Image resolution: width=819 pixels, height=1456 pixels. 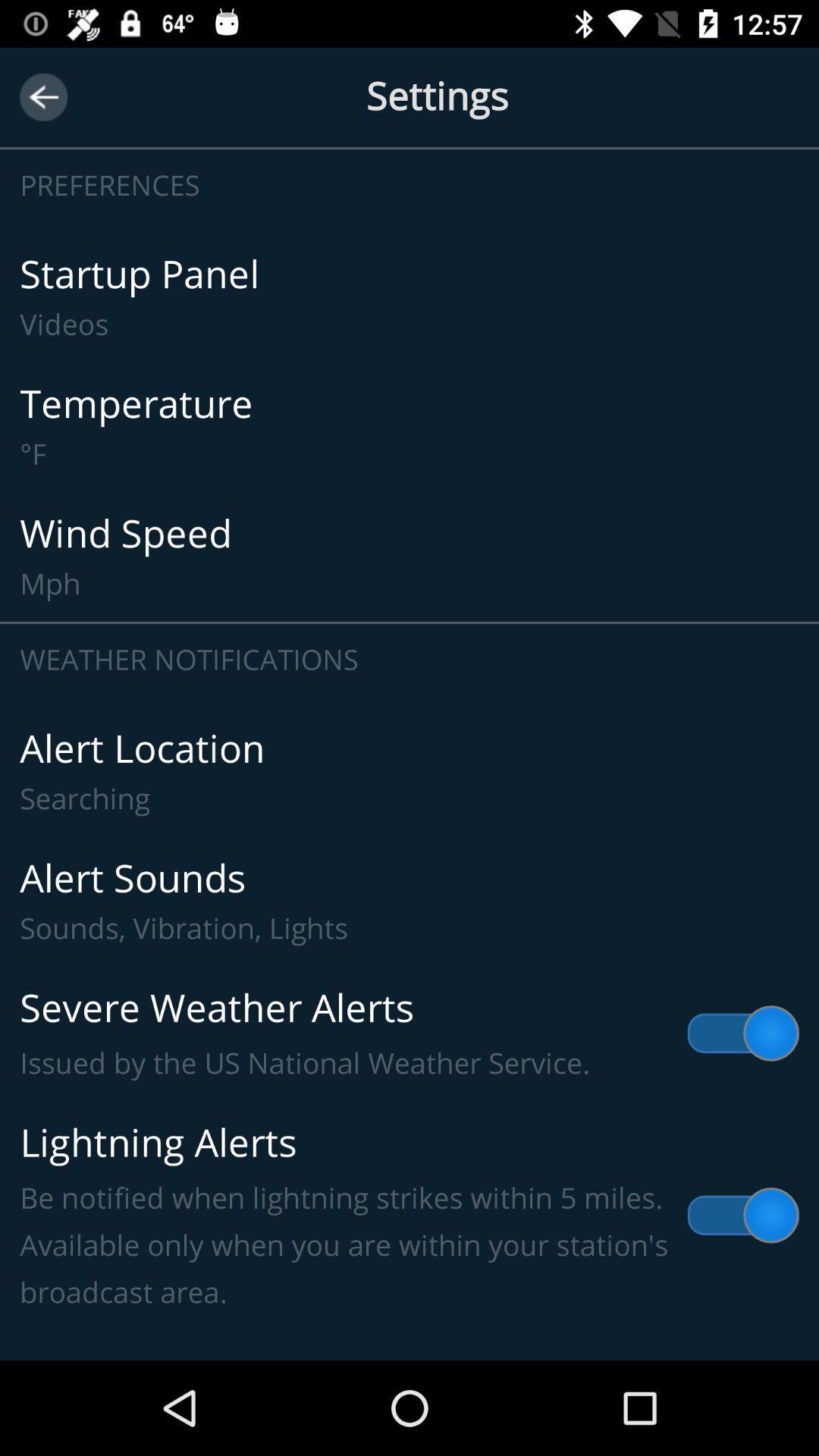 What do you see at coordinates (42, 96) in the screenshot?
I see `the icon to the left of settings item` at bounding box center [42, 96].